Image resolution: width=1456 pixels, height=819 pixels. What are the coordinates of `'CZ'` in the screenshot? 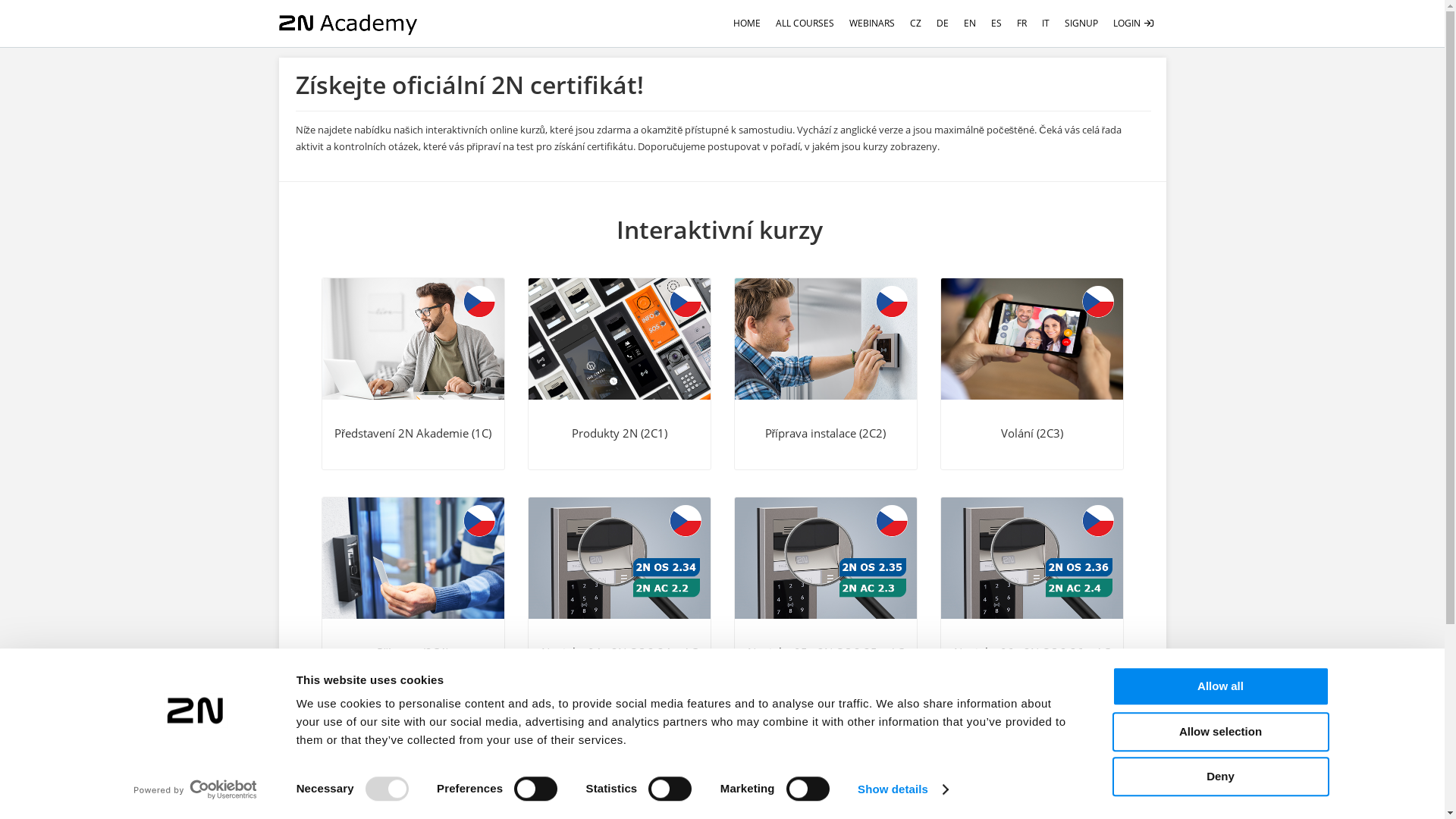 It's located at (915, 23).